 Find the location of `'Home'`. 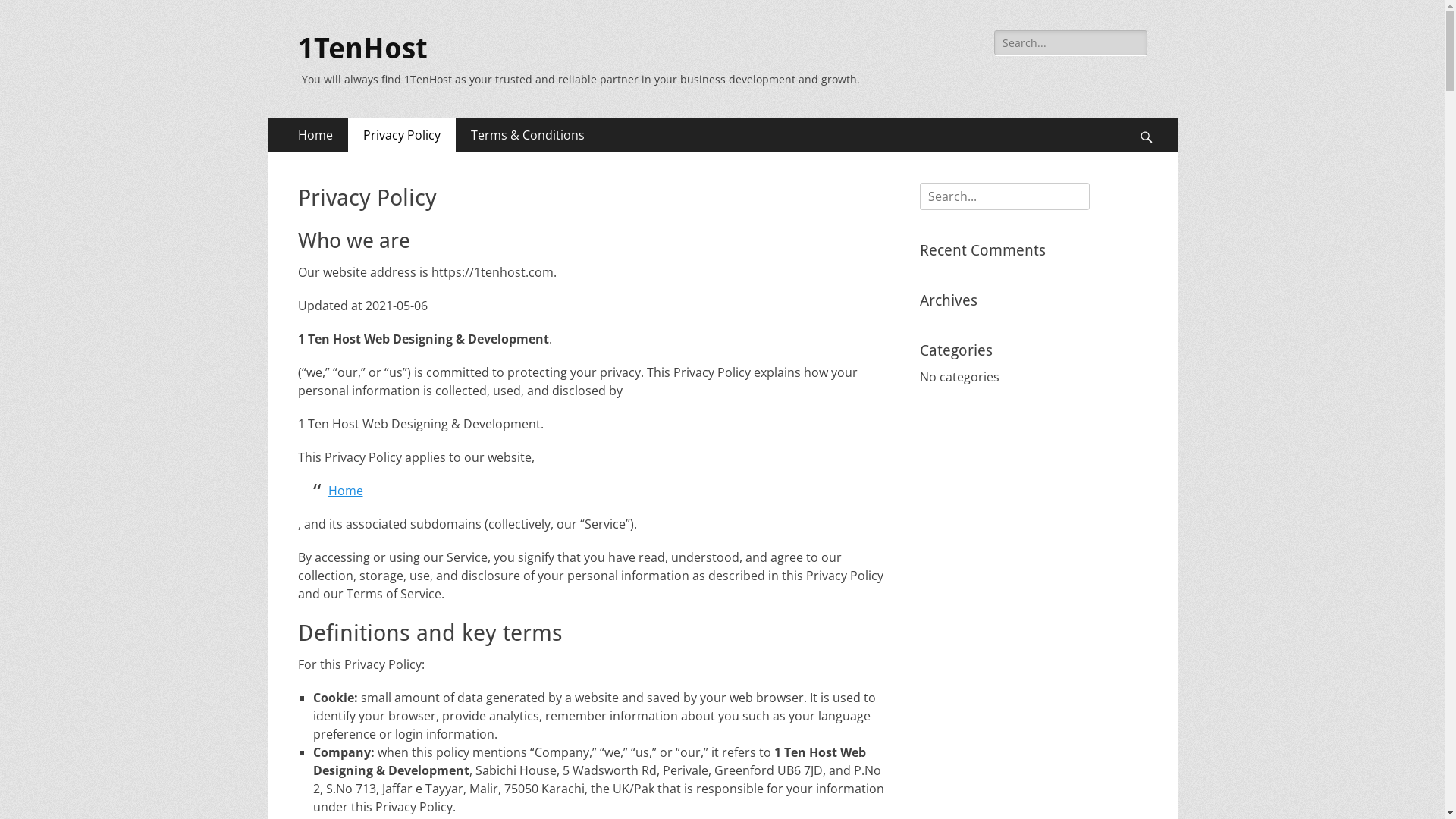

'Home' is located at coordinates (313, 133).